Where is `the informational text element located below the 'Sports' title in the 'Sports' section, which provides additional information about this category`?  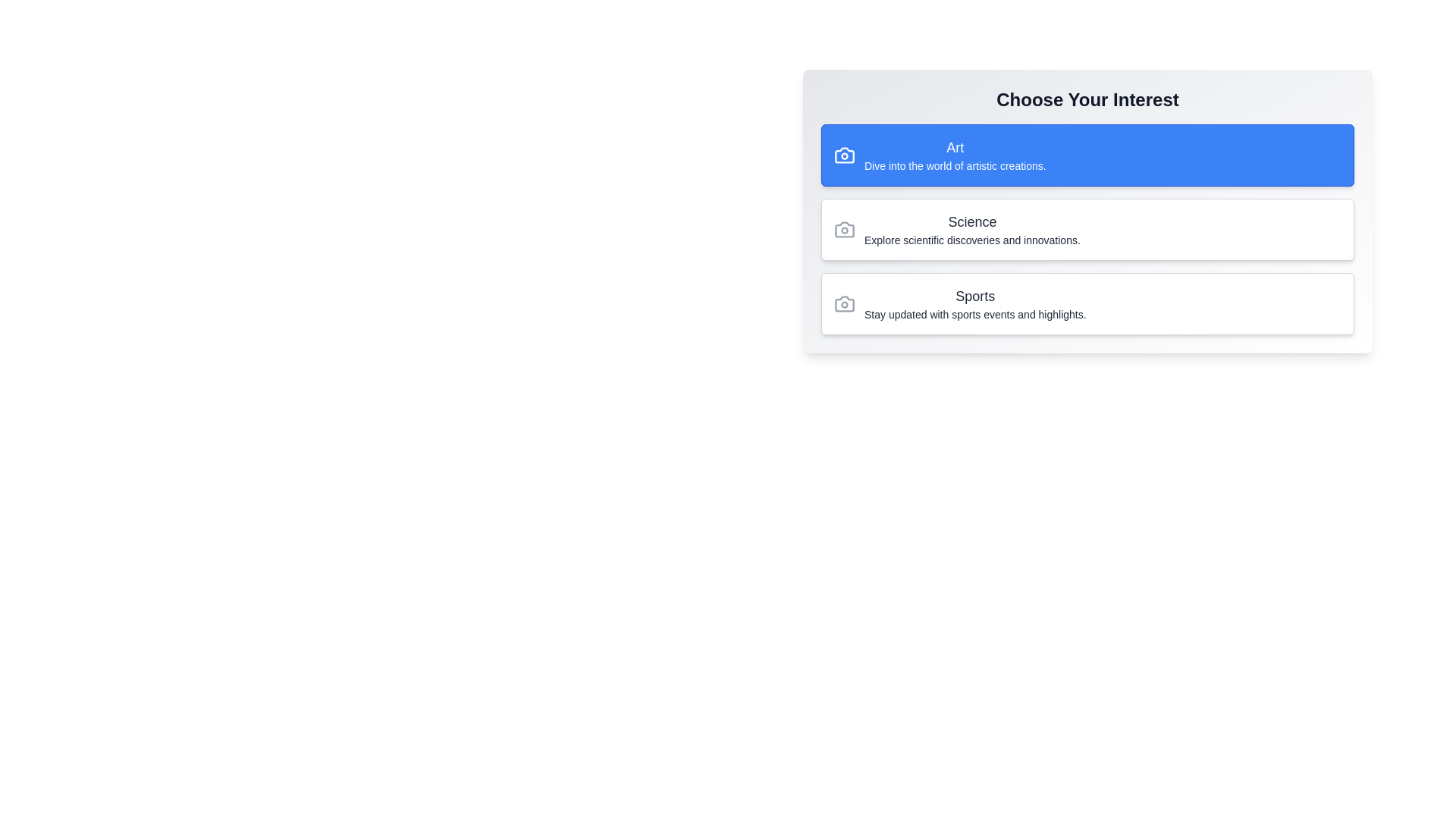 the informational text element located below the 'Sports' title in the 'Sports' section, which provides additional information about this category is located at coordinates (975, 314).